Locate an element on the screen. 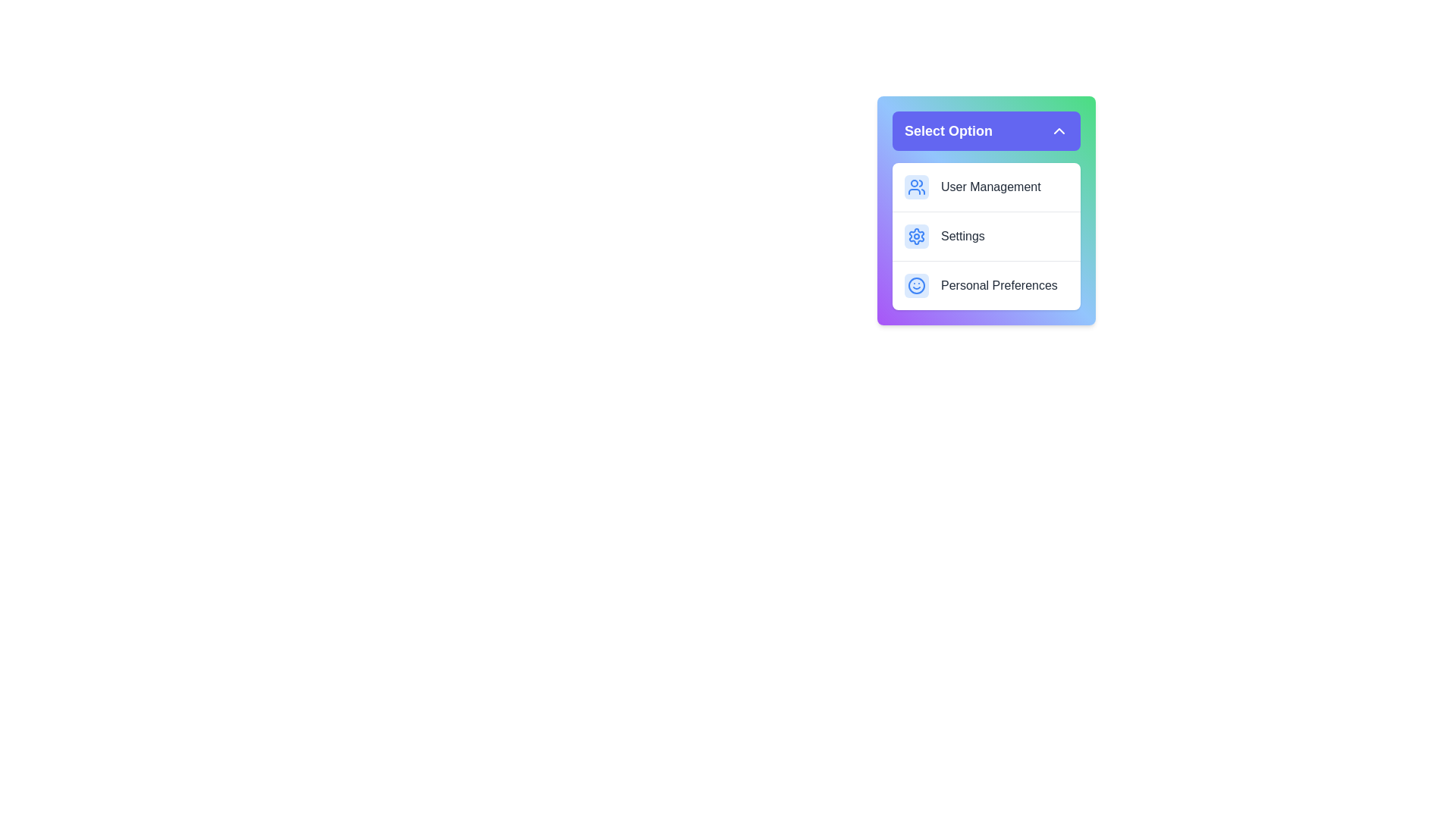  the blue icon featuring two human figures in line art, located in the first entry under 'User Management' is located at coordinates (916, 186).